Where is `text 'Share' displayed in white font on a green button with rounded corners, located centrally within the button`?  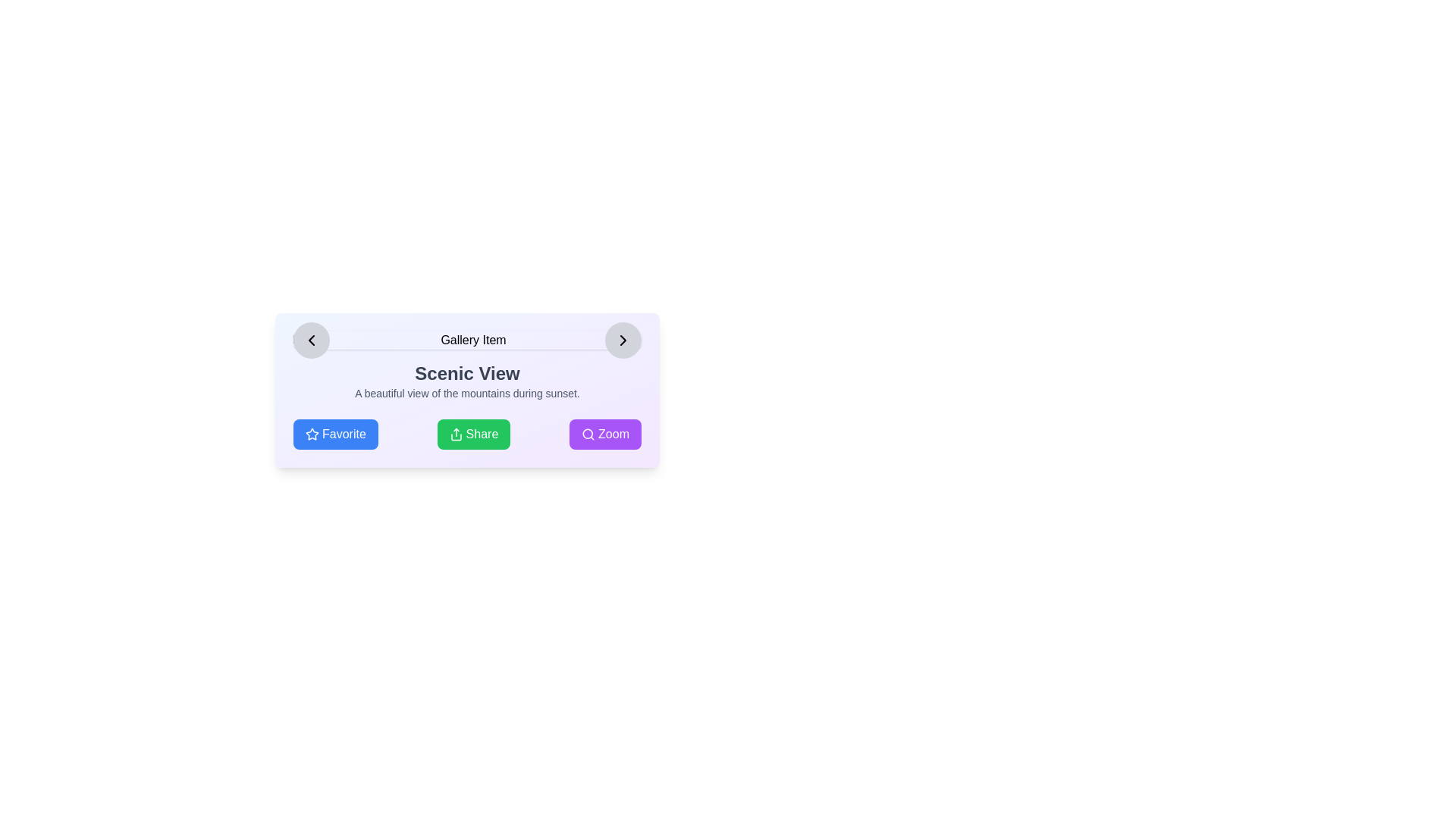
text 'Share' displayed in white font on a green button with rounded corners, located centrally within the button is located at coordinates (481, 435).